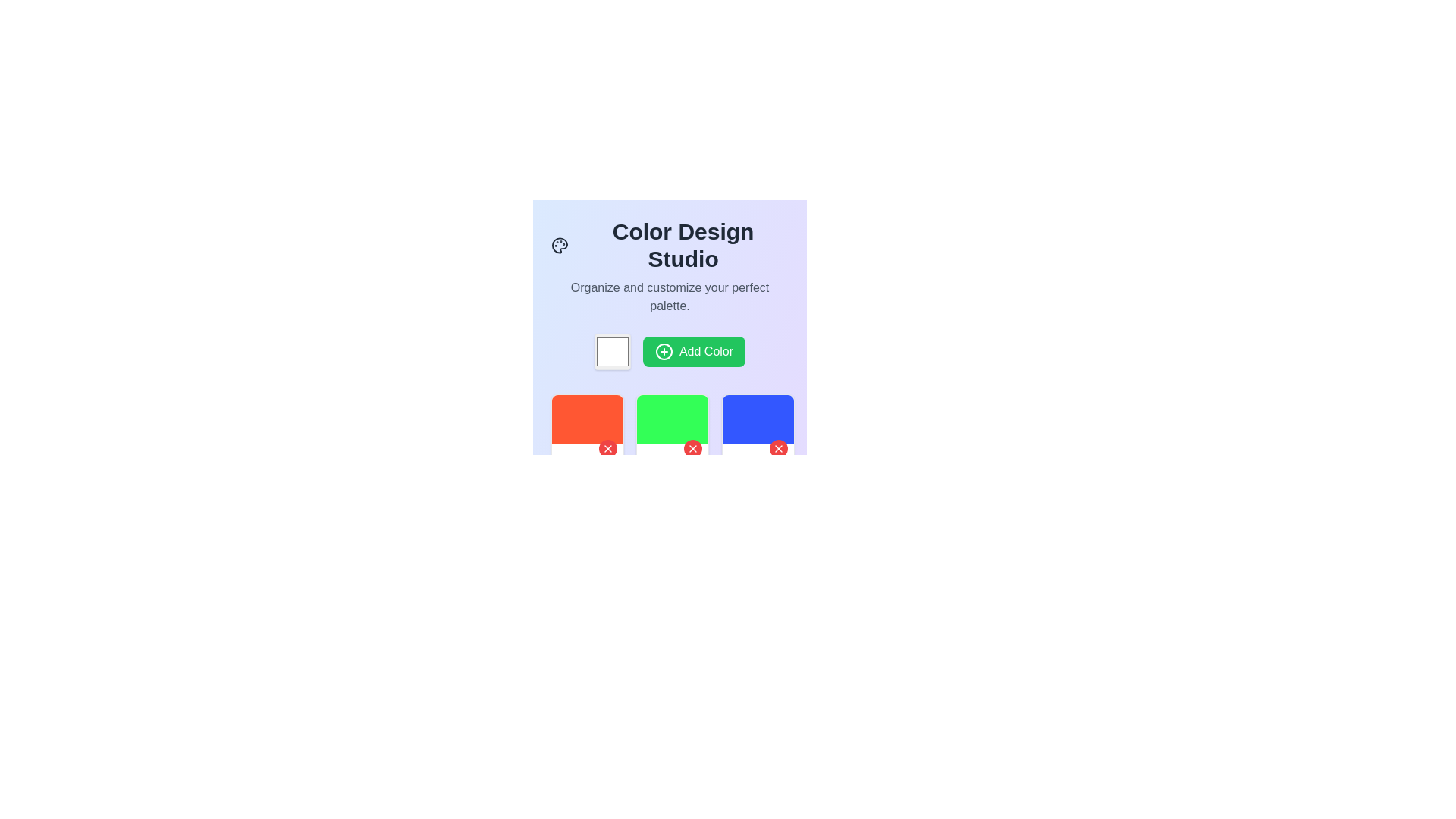 This screenshot has height=819, width=1456. What do you see at coordinates (672, 430) in the screenshot?
I see `the Interactive card with a button, which is the middle card in a row of three color cards, located below the 'Add Color' button` at bounding box center [672, 430].